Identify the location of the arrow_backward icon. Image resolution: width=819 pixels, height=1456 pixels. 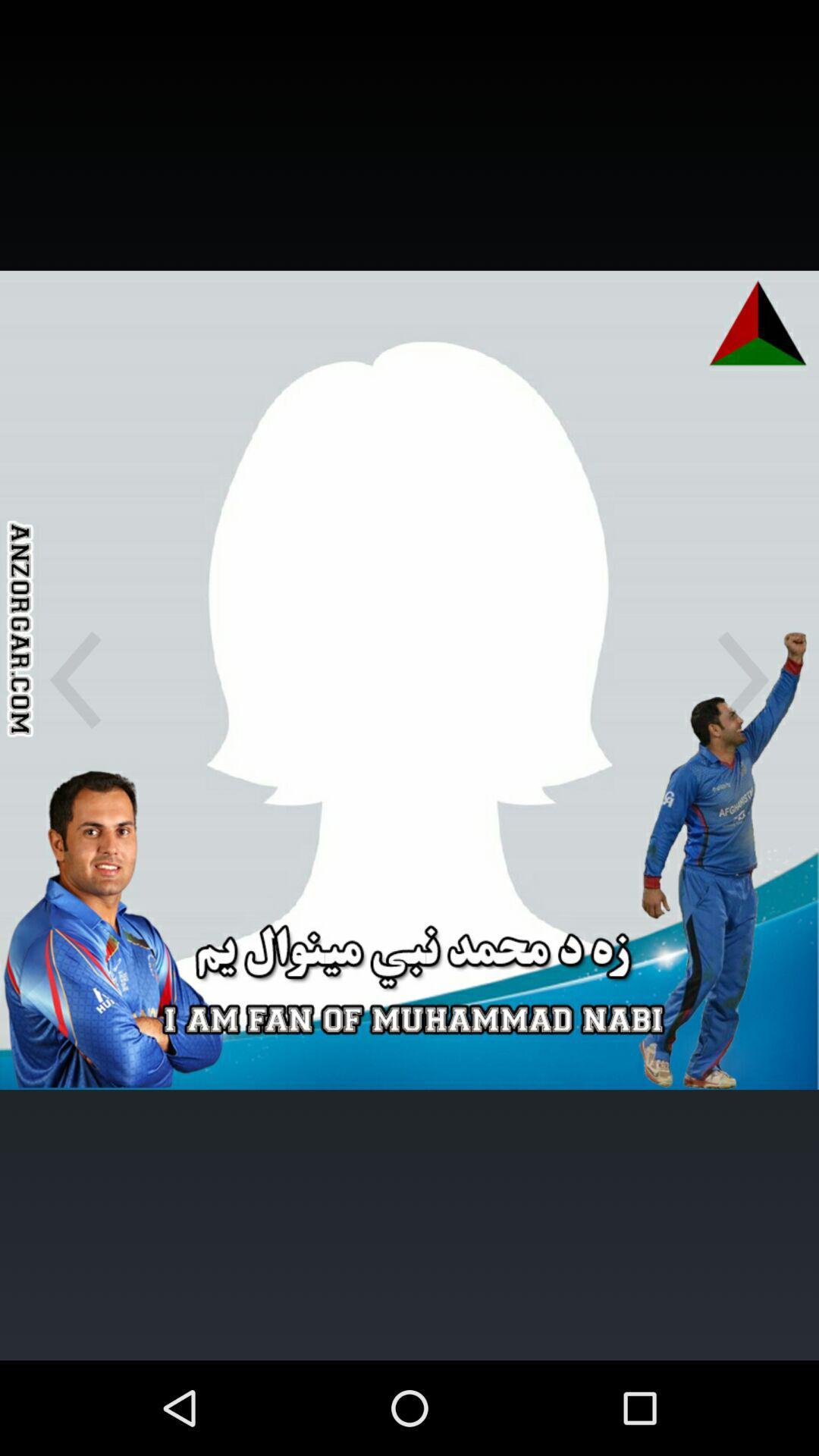
(75, 728).